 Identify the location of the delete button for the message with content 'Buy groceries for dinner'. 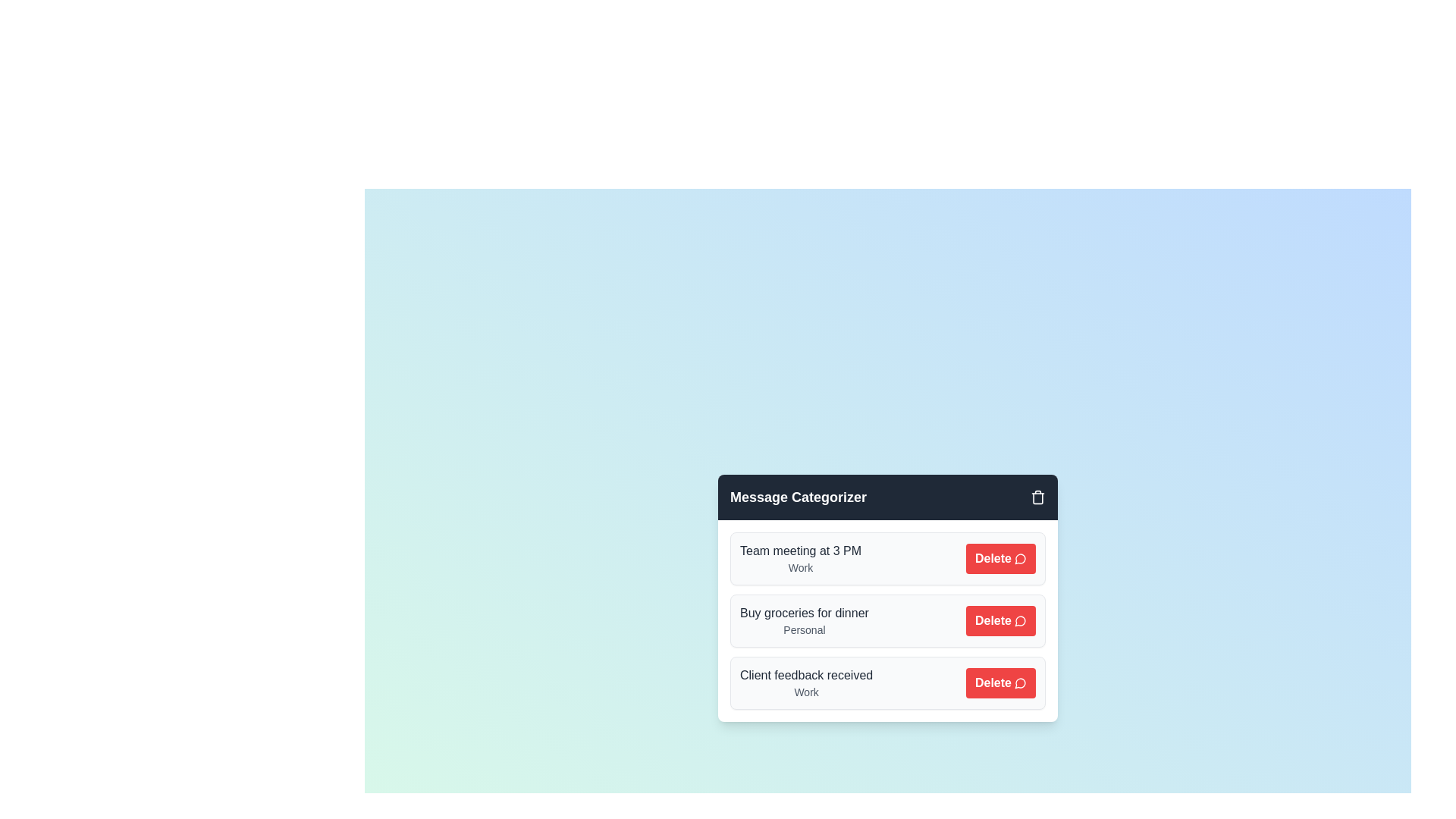
(1001, 620).